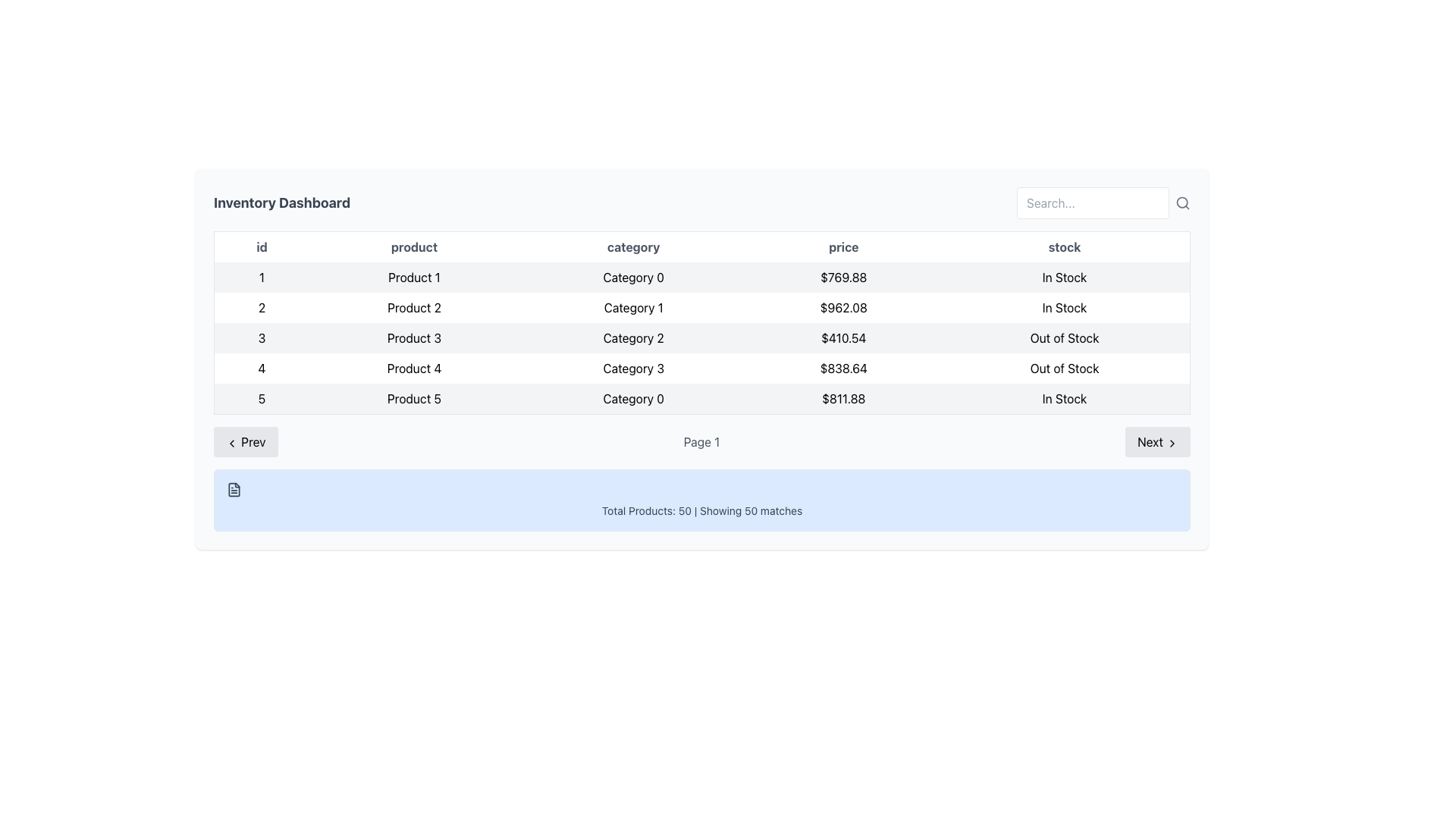  Describe the element at coordinates (843, 307) in the screenshot. I see `on the price text label '$962.08' located in the fourth column of the second row of the table` at that location.